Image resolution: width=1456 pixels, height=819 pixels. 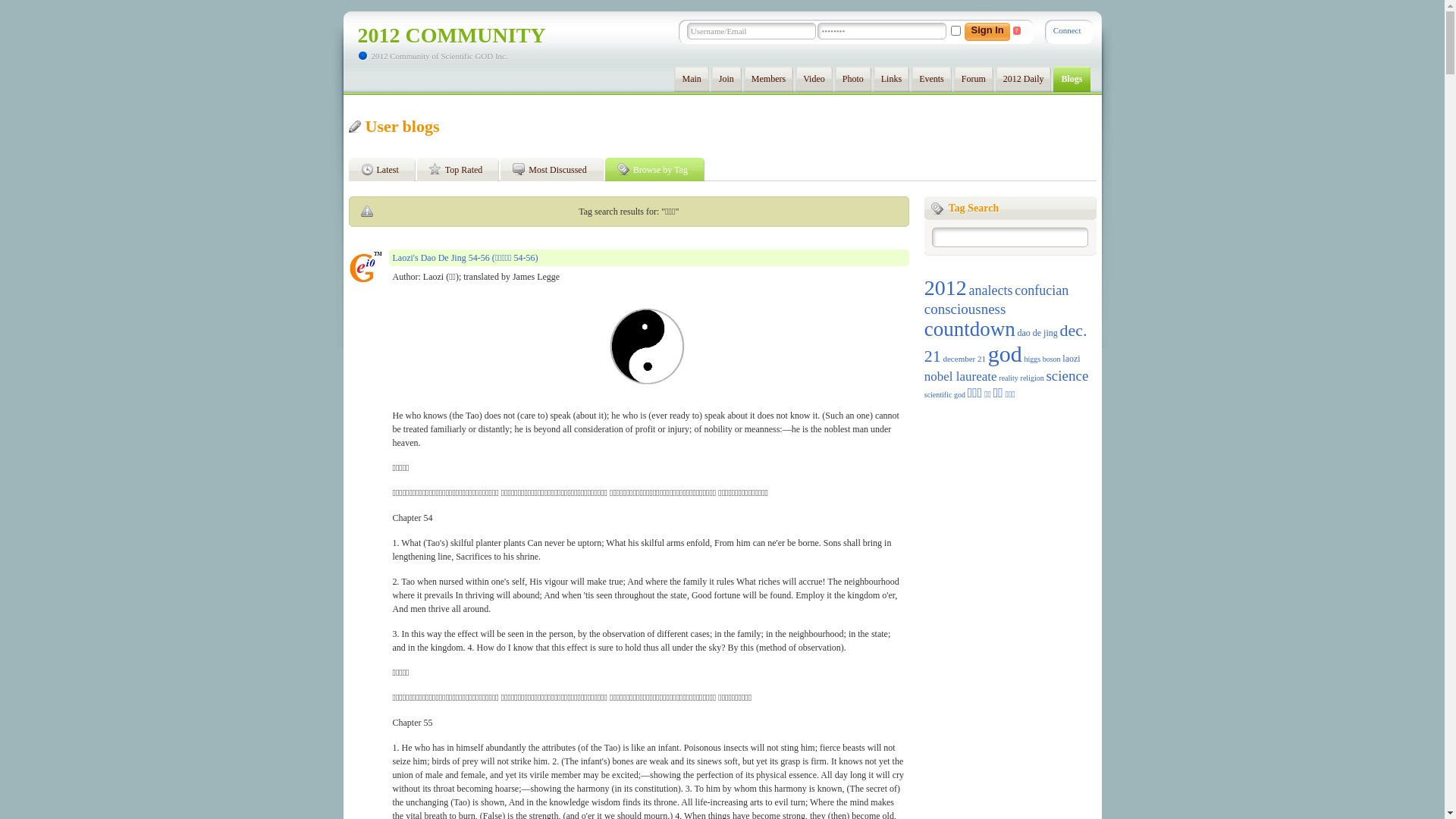 What do you see at coordinates (1006, 343) in the screenshot?
I see `'dec. 21'` at bounding box center [1006, 343].